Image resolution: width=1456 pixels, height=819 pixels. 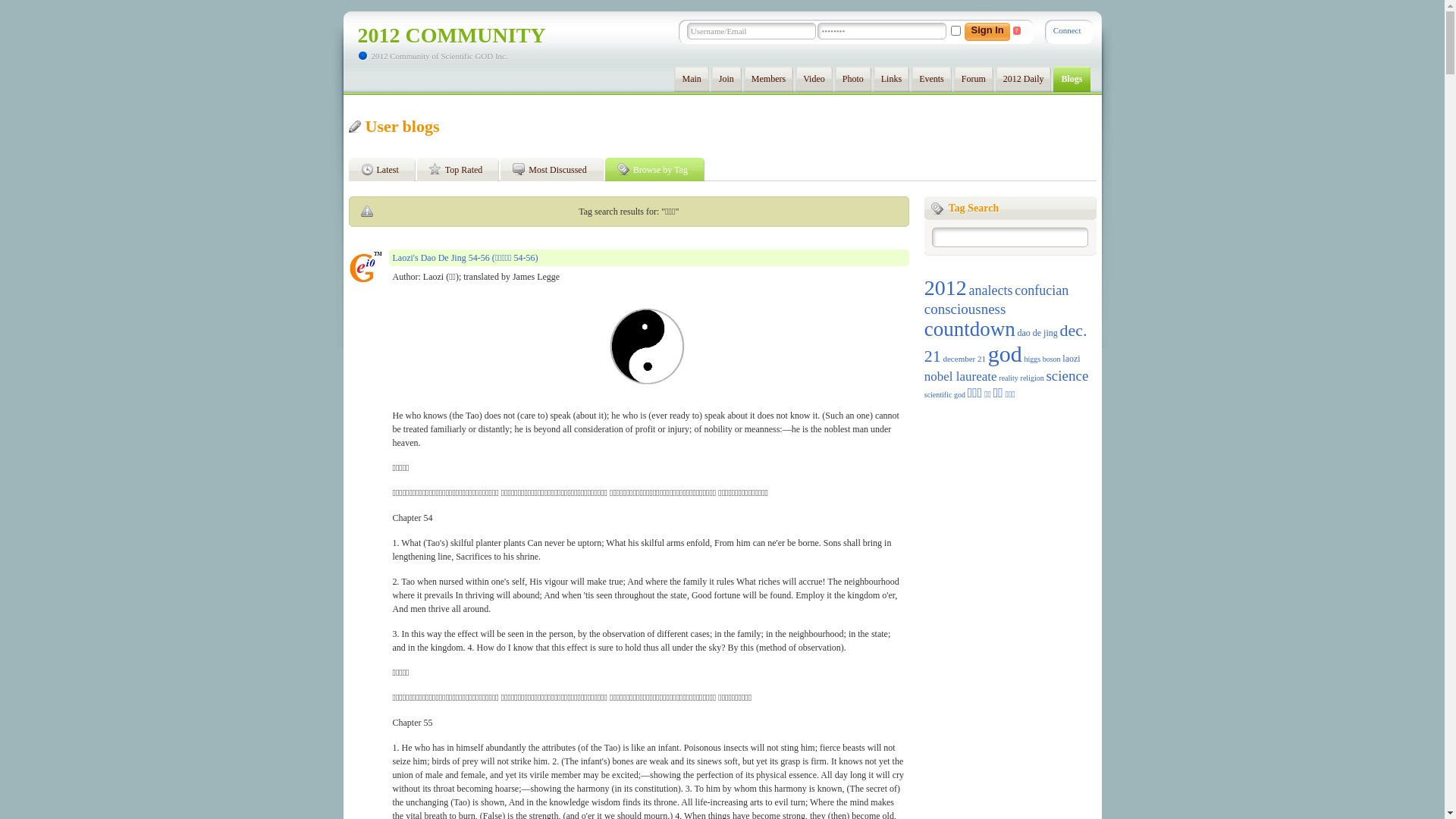 What do you see at coordinates (1006, 343) in the screenshot?
I see `'dec. 21'` at bounding box center [1006, 343].